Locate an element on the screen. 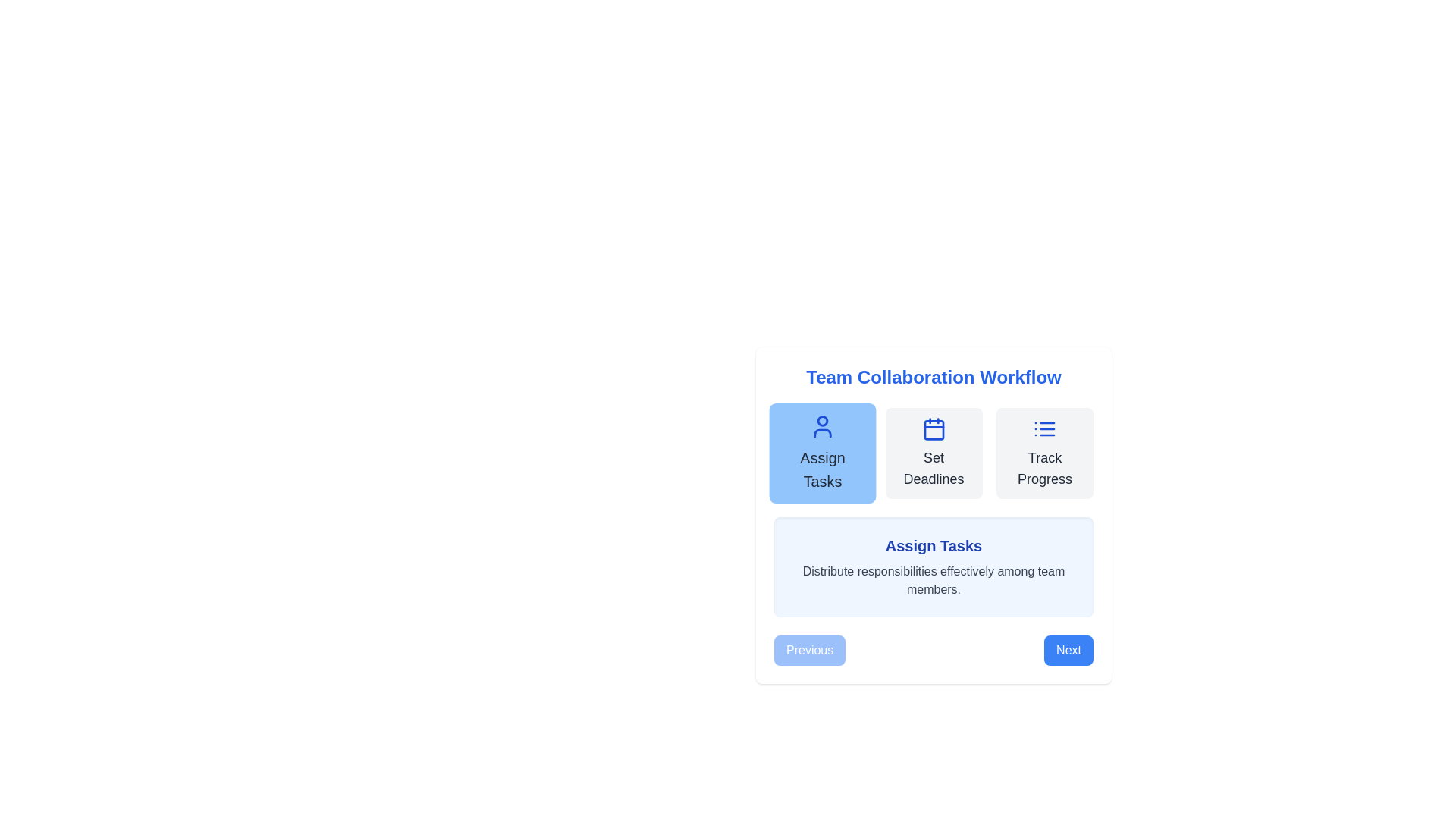 This screenshot has height=819, width=1456. text content displayed in gray font: 'Distribute responsibilities effectively among team members.' located within the light blue section titled 'Assign Tasks.' is located at coordinates (933, 580).